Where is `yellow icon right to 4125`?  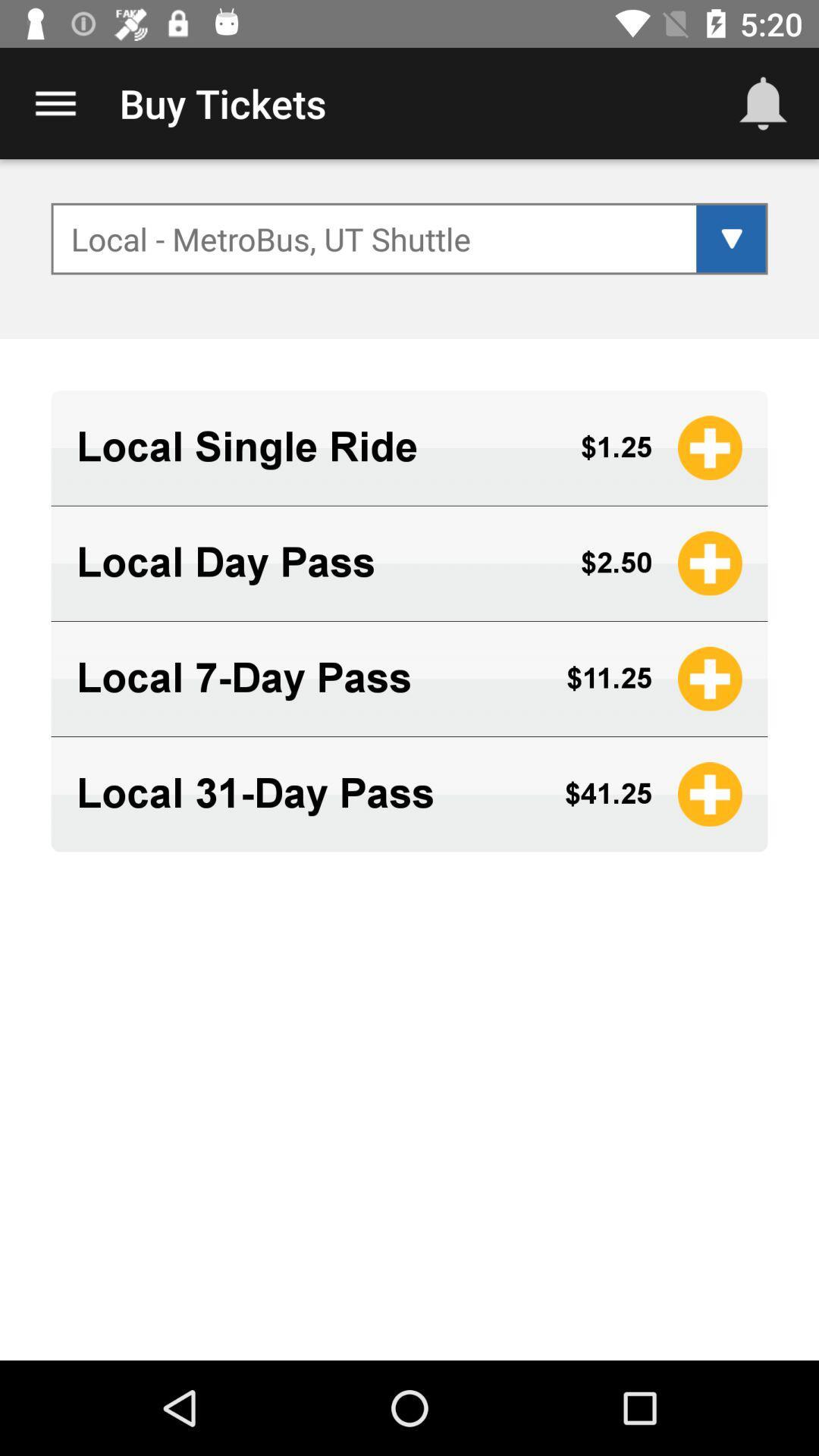
yellow icon right to 4125 is located at coordinates (710, 793).